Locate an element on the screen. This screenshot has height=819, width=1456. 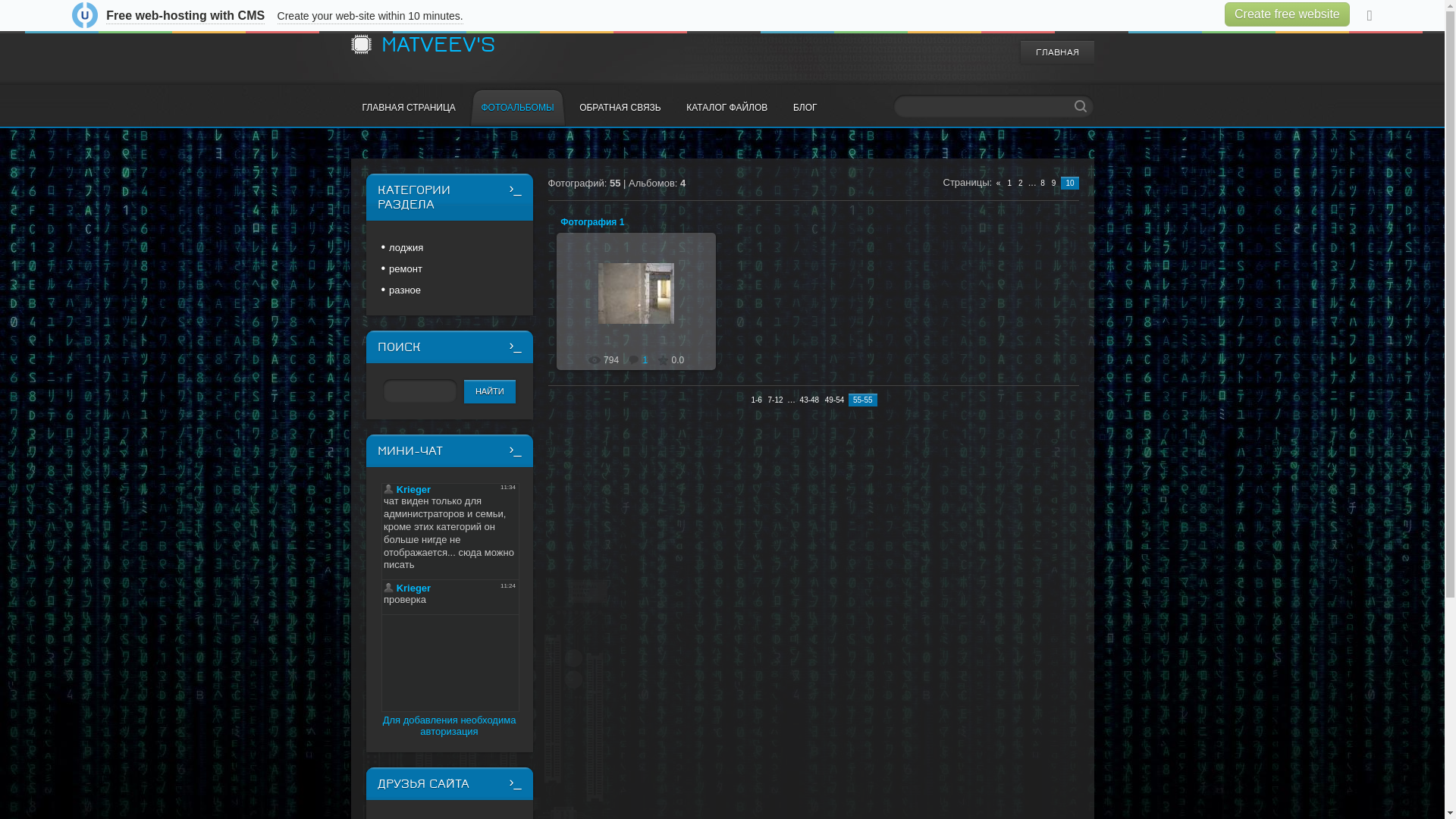
'49-54' is located at coordinates (822, 399).